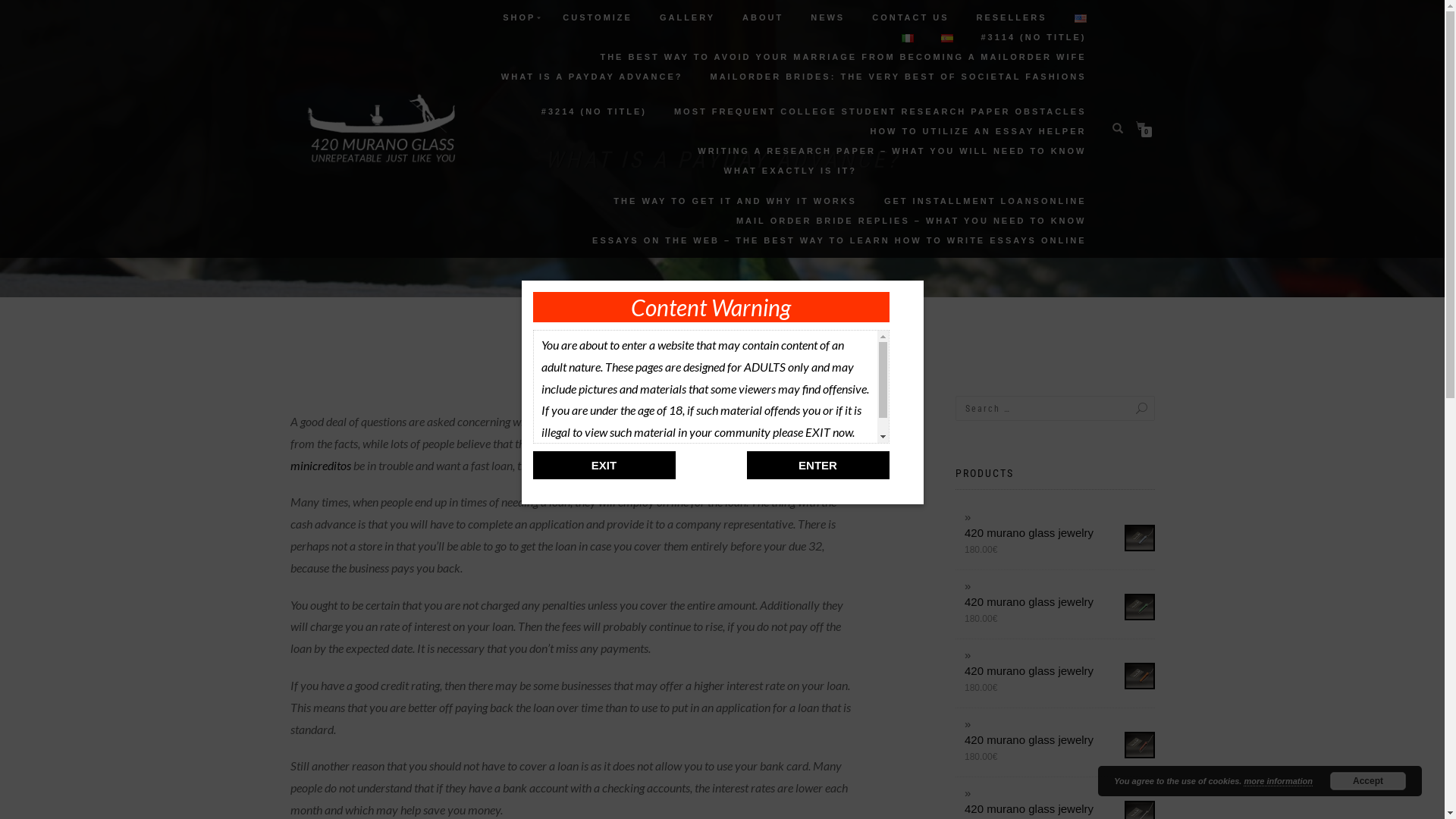 This screenshot has height=819, width=1456. What do you see at coordinates (1125, 407) in the screenshot?
I see `'Search'` at bounding box center [1125, 407].